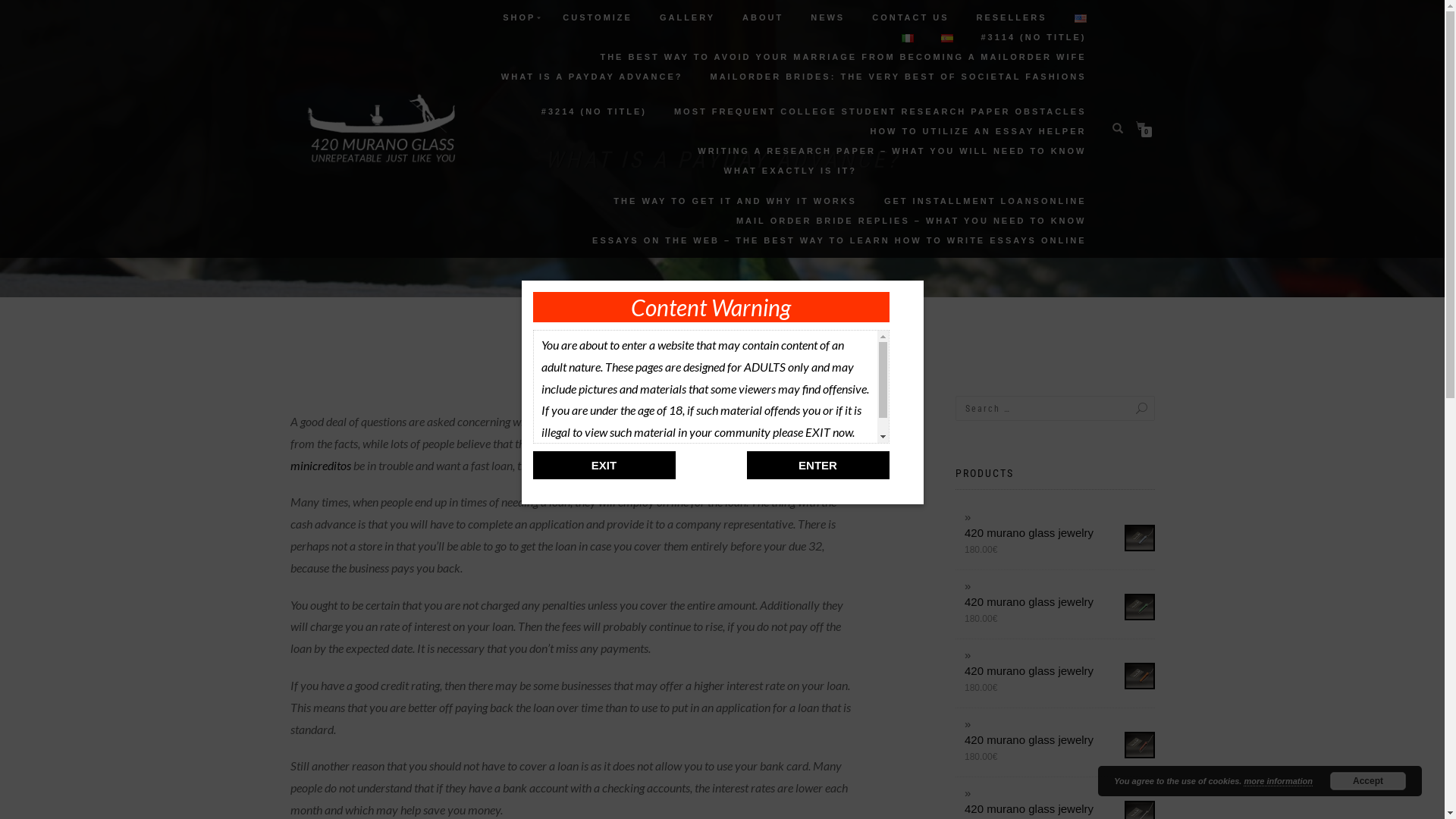 This screenshot has height=819, width=1456. What do you see at coordinates (1125, 407) in the screenshot?
I see `'Search'` at bounding box center [1125, 407].